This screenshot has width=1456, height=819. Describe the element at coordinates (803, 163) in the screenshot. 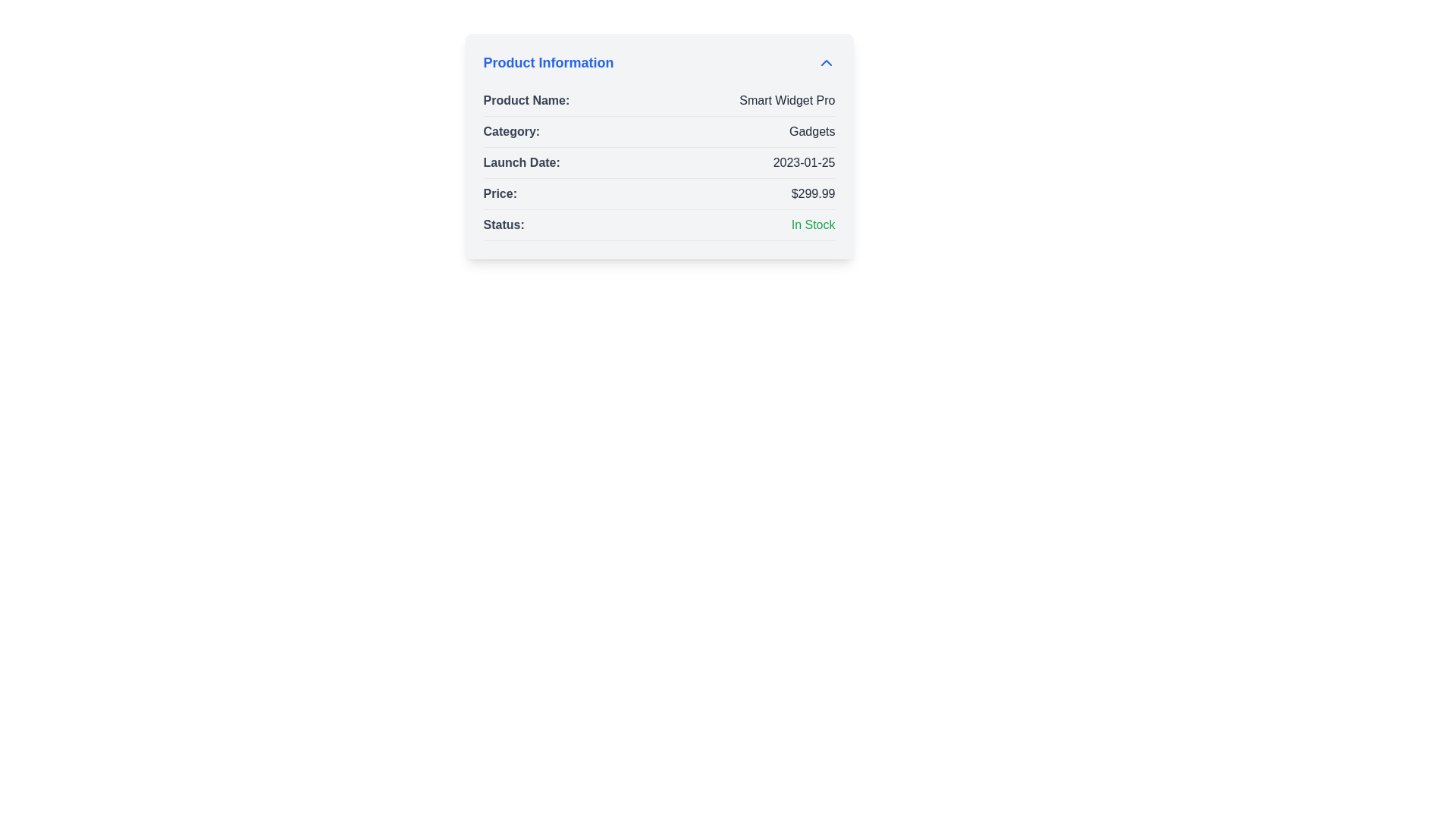

I see `the text display showing the date '2023-01-25' which is aligned to the right under the label 'Launch Date:' in a light gray background` at that location.